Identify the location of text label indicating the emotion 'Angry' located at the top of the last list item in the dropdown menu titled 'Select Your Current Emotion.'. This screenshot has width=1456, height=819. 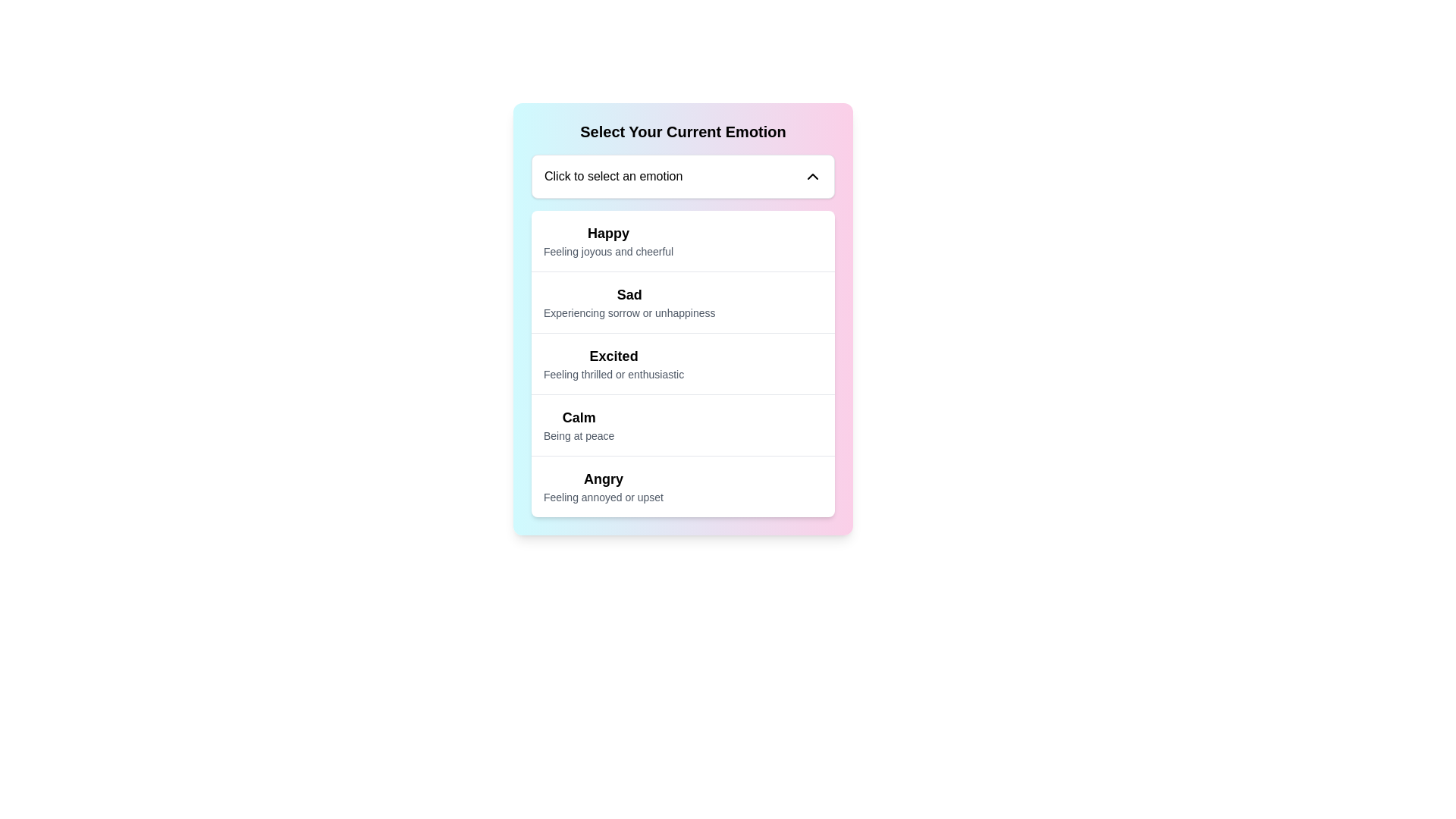
(603, 479).